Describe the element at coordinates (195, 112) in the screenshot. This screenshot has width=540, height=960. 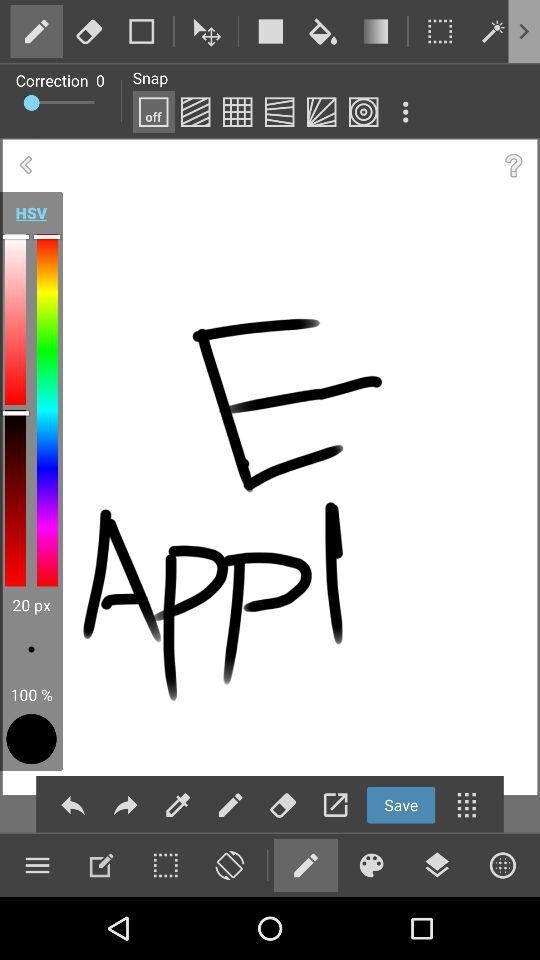
I see `edit the painting works` at that location.